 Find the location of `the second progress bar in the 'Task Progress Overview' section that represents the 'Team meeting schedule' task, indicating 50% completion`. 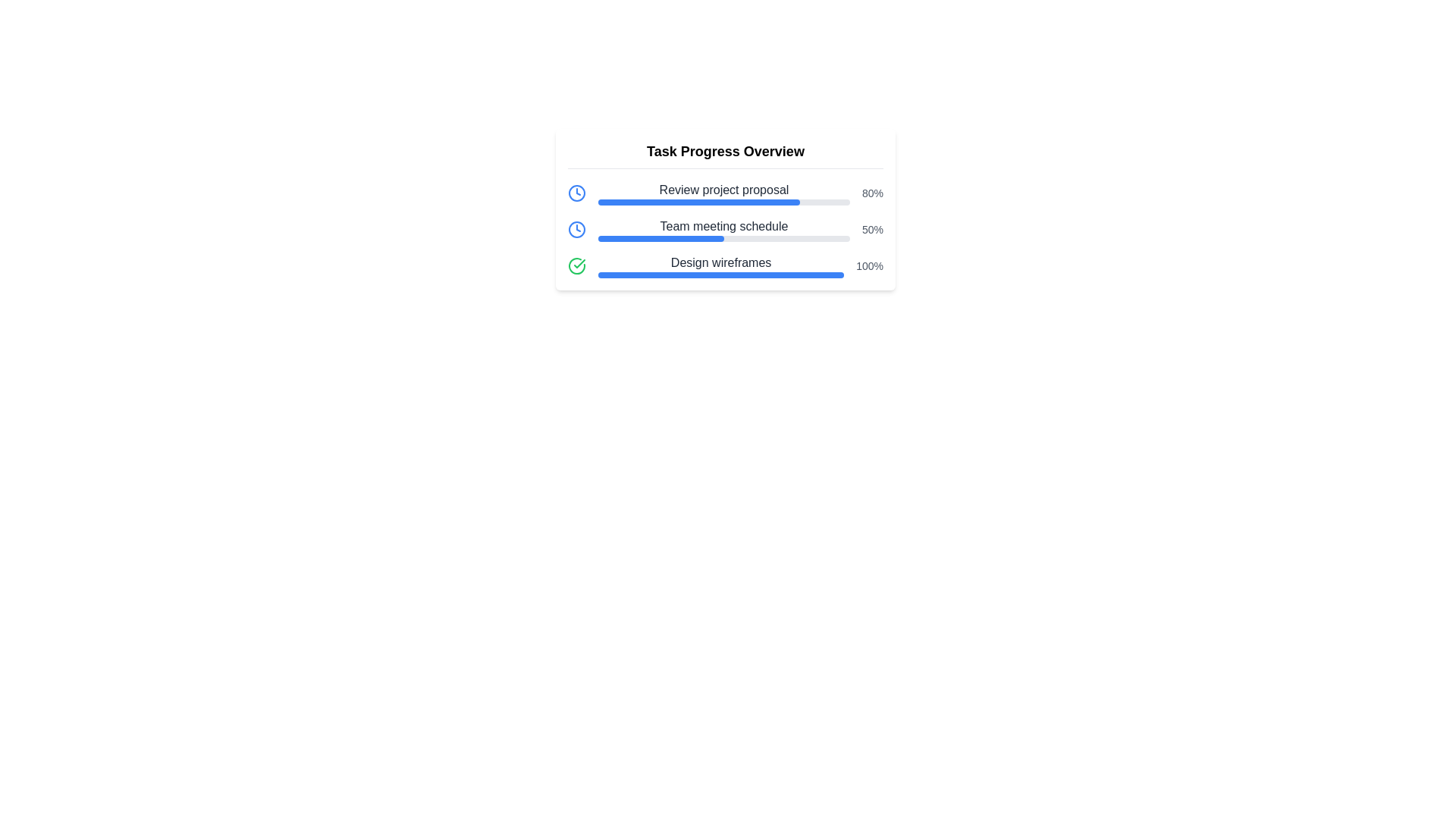

the second progress bar in the 'Task Progress Overview' section that represents the 'Team meeting schedule' task, indicating 50% completion is located at coordinates (723, 239).